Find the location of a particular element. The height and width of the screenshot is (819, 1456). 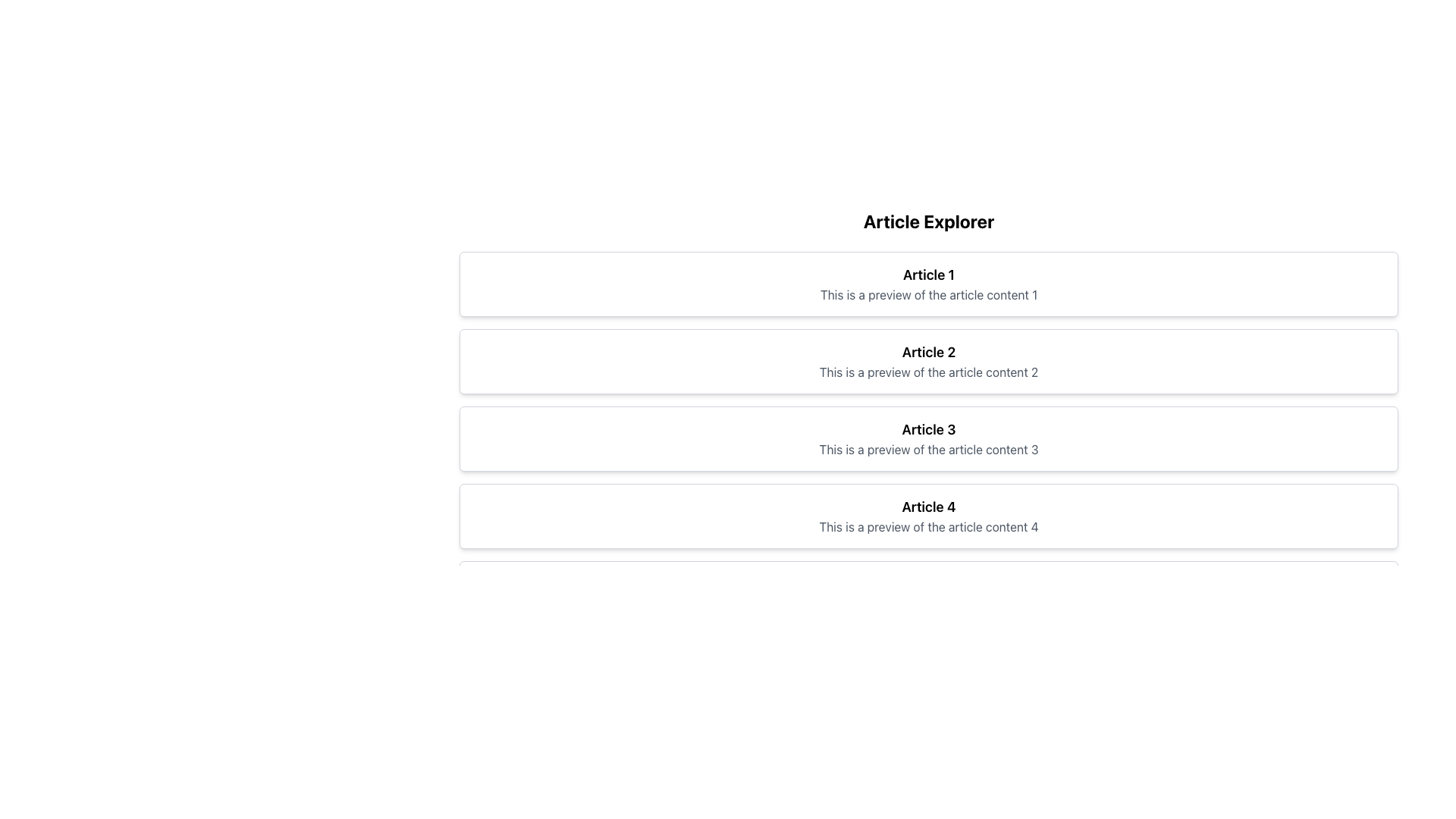

the text element that reads 'This is a preview of the article content 2', which is styled in gray and located below 'Article 2' within a card component is located at coordinates (927, 372).